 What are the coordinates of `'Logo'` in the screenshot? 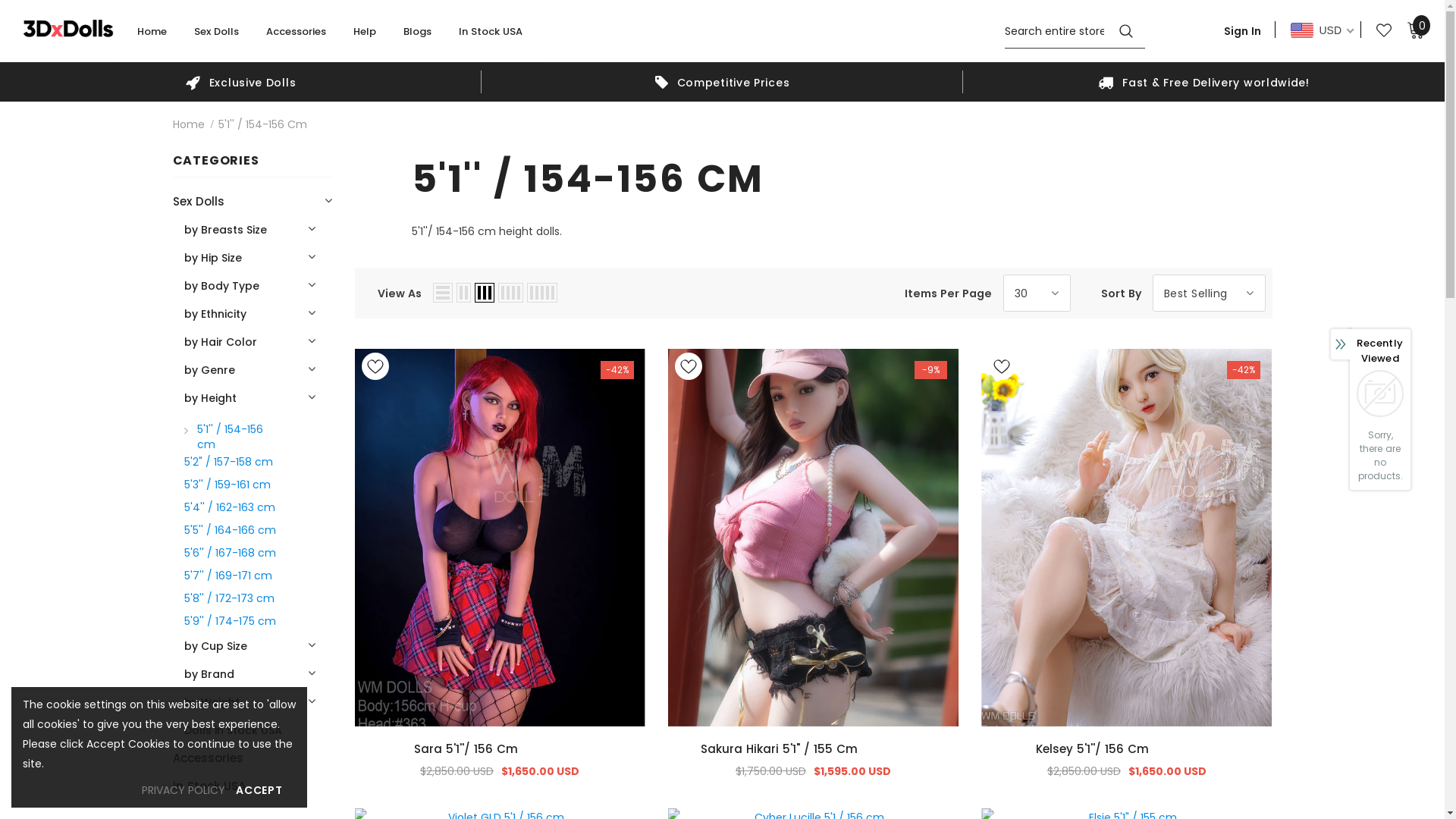 It's located at (67, 27).